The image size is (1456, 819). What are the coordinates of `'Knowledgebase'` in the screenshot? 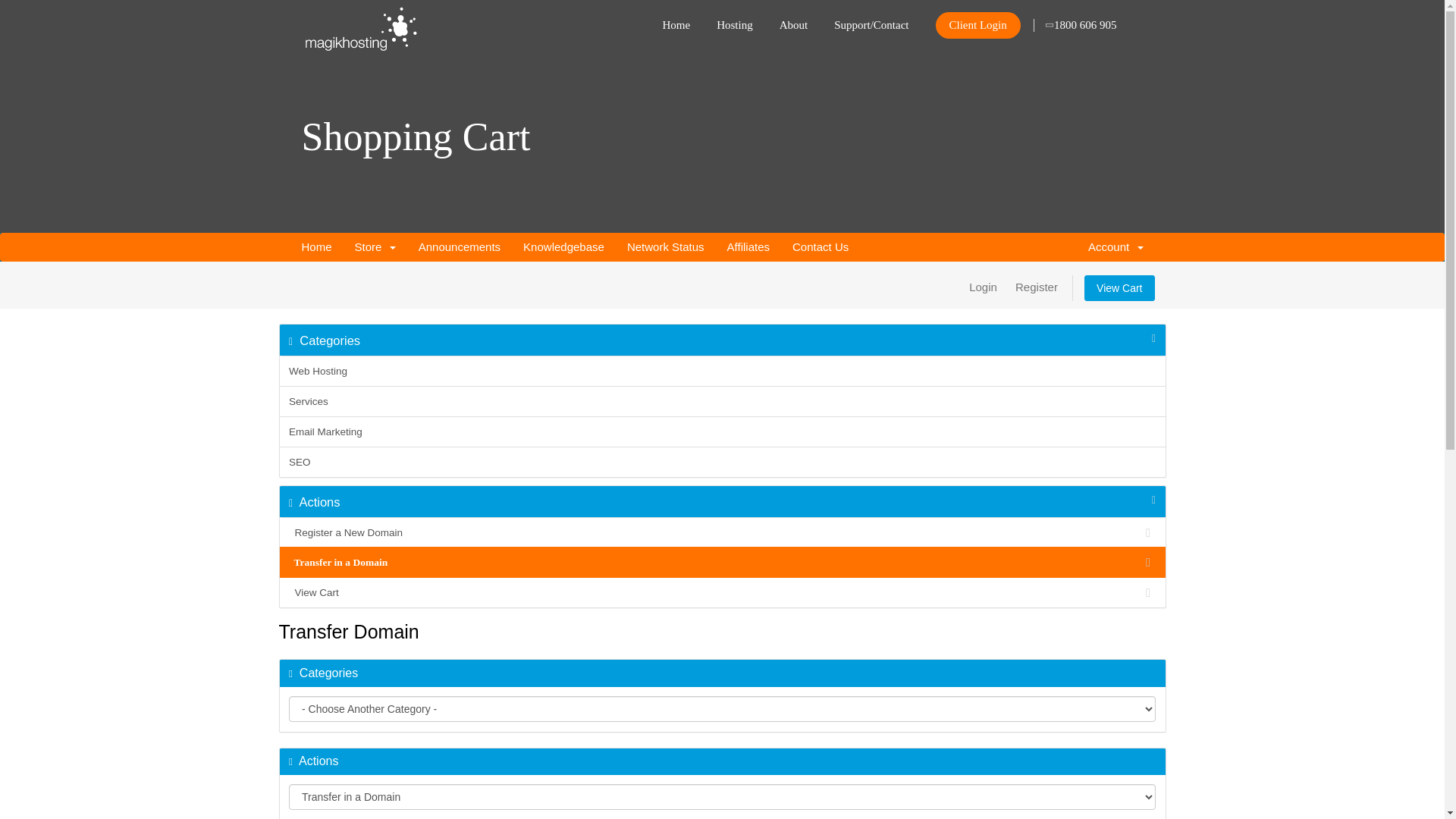 It's located at (563, 246).